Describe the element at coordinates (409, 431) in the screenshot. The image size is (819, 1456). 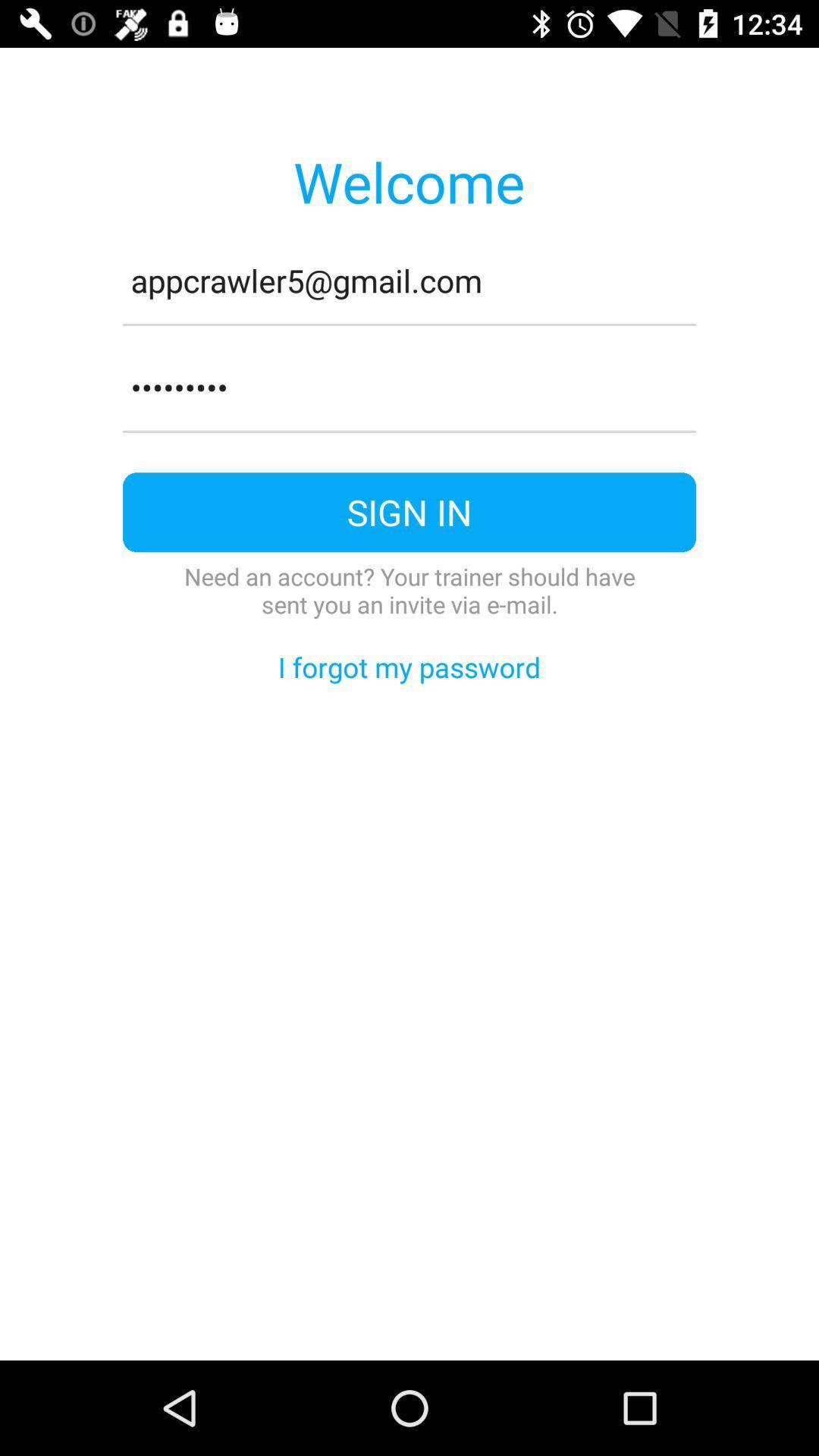
I see `the icon above the sign in item` at that location.